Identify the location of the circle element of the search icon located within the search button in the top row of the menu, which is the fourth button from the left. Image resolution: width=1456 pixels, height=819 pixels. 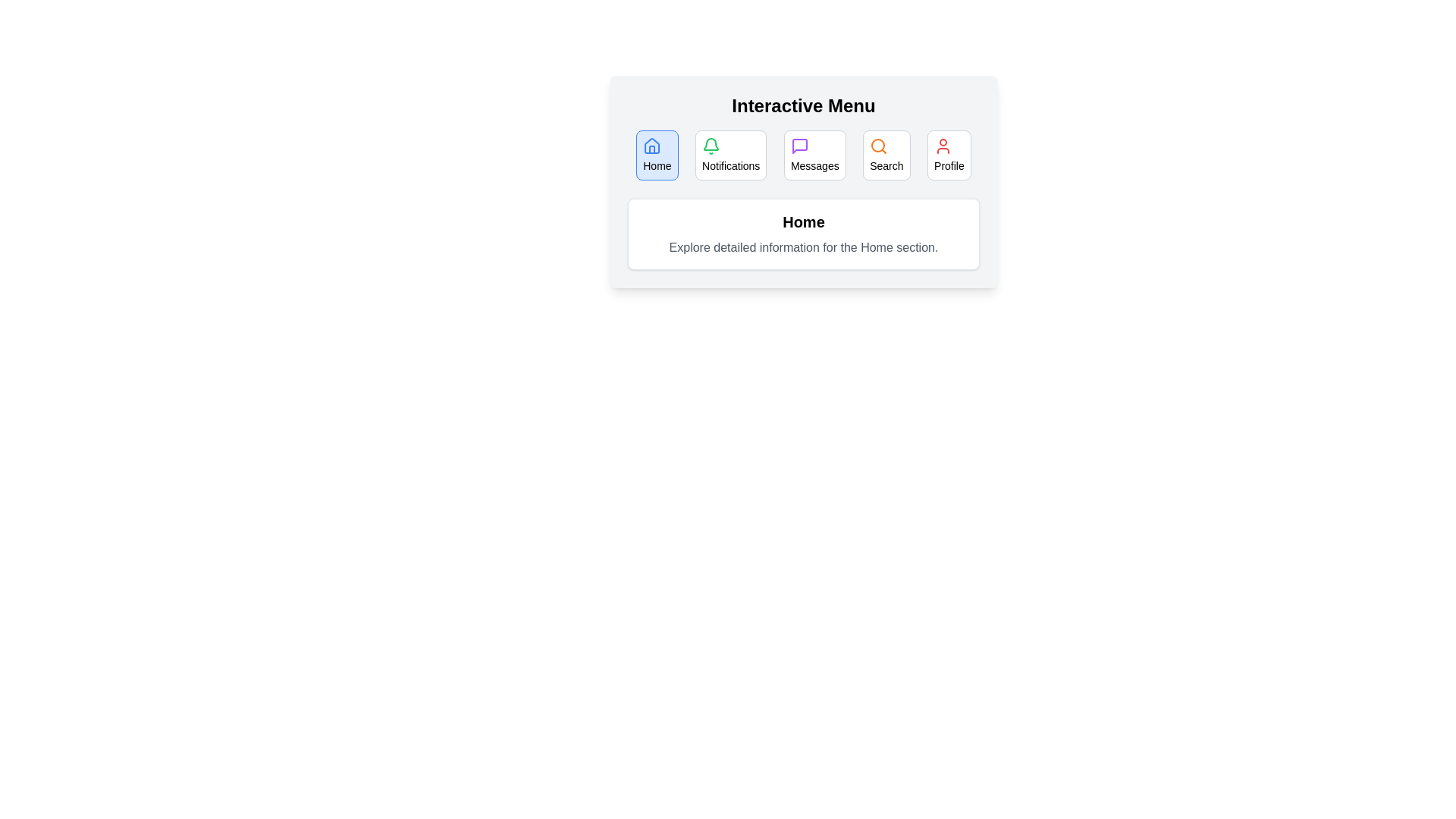
(878, 146).